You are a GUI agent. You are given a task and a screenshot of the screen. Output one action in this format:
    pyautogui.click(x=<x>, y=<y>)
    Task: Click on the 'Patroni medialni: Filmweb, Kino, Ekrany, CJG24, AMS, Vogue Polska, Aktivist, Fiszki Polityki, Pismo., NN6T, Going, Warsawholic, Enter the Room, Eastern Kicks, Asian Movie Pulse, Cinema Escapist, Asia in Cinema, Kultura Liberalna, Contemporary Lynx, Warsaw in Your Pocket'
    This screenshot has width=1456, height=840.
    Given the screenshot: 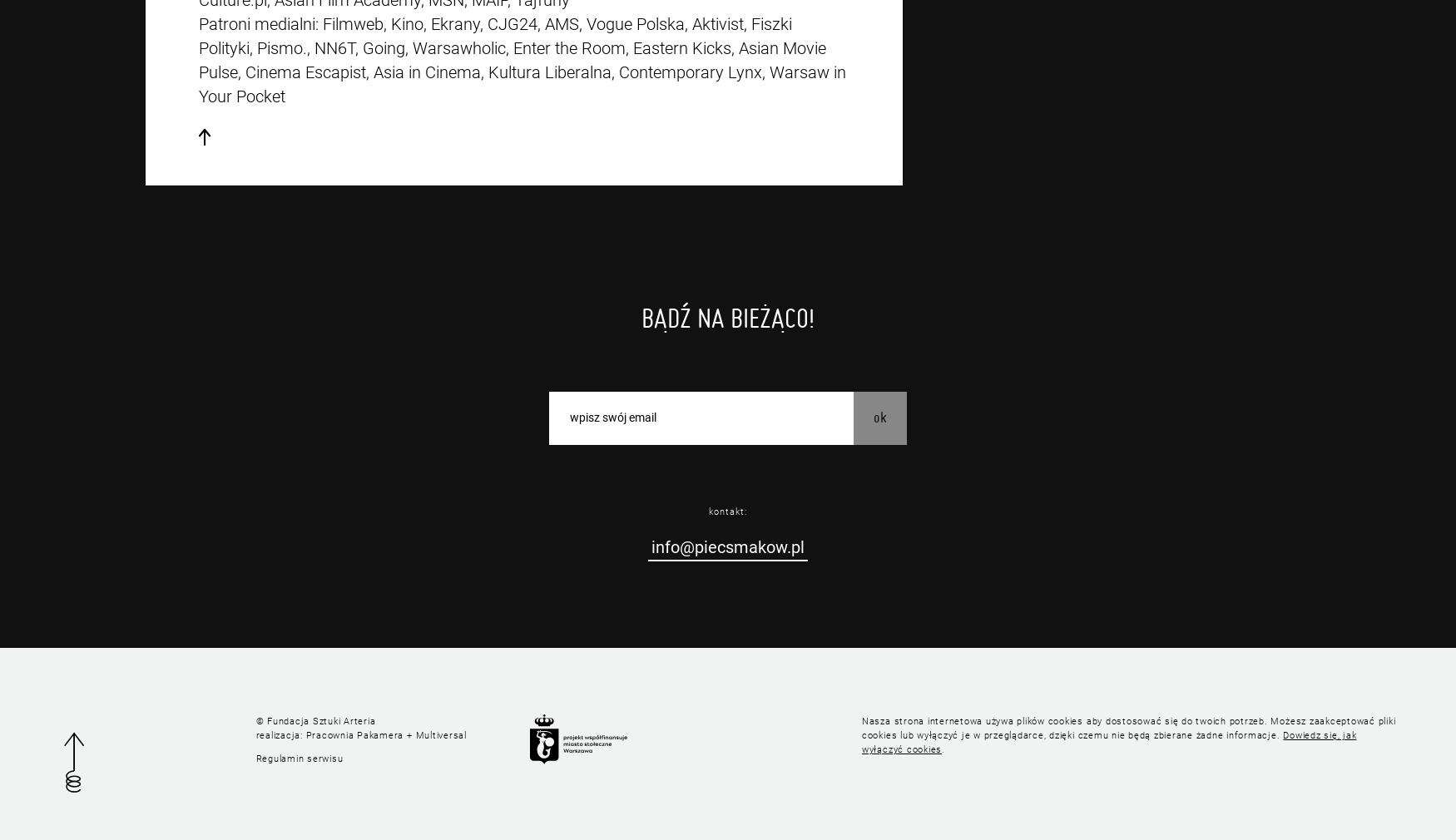 What is the action you would take?
    pyautogui.click(x=521, y=59)
    